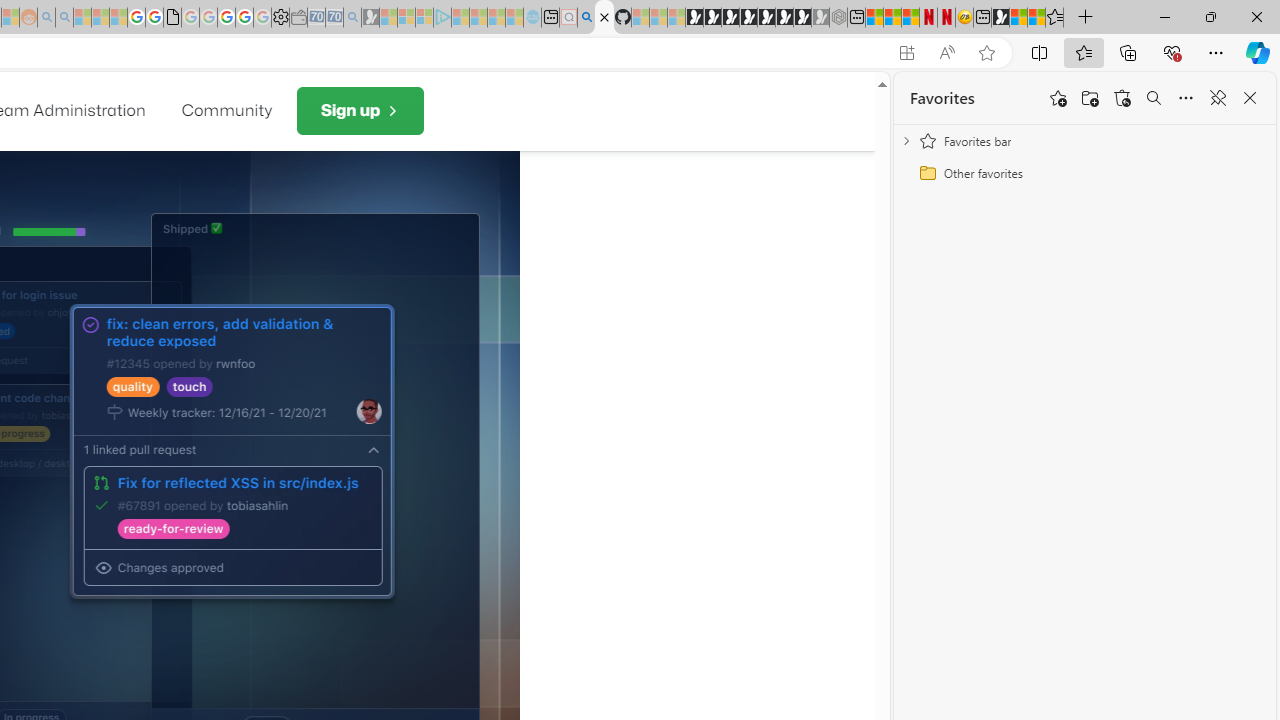 The width and height of the screenshot is (1280, 720). I want to click on 'New Tab', so click(1085, 17).